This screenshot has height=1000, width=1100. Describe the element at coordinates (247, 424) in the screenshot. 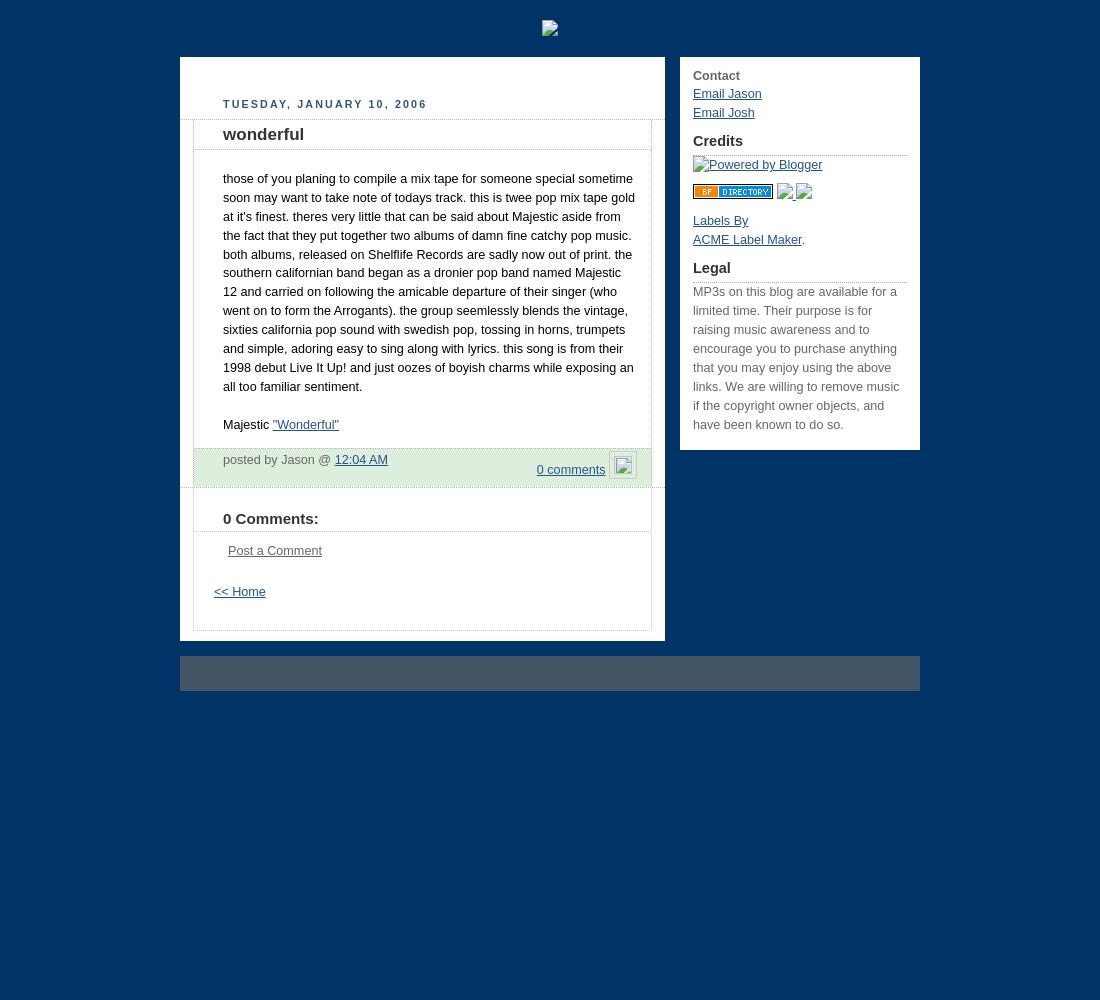

I see `'Majestic'` at that location.